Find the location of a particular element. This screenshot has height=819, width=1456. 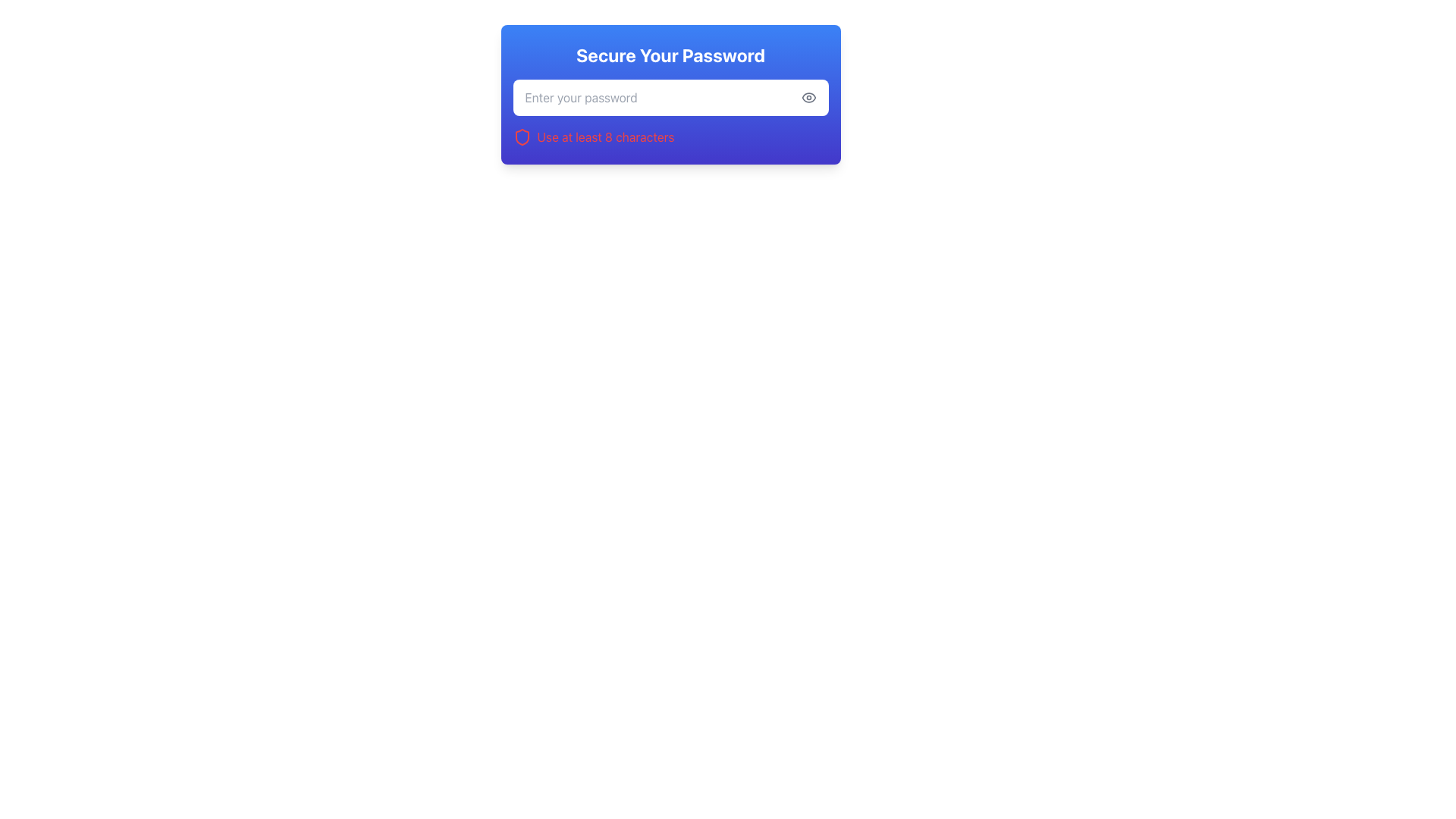

the text label that indicates a requirement for at least 8 characters for the password entry, located beneath the password input field and aligned with the red shield icon is located at coordinates (604, 137).